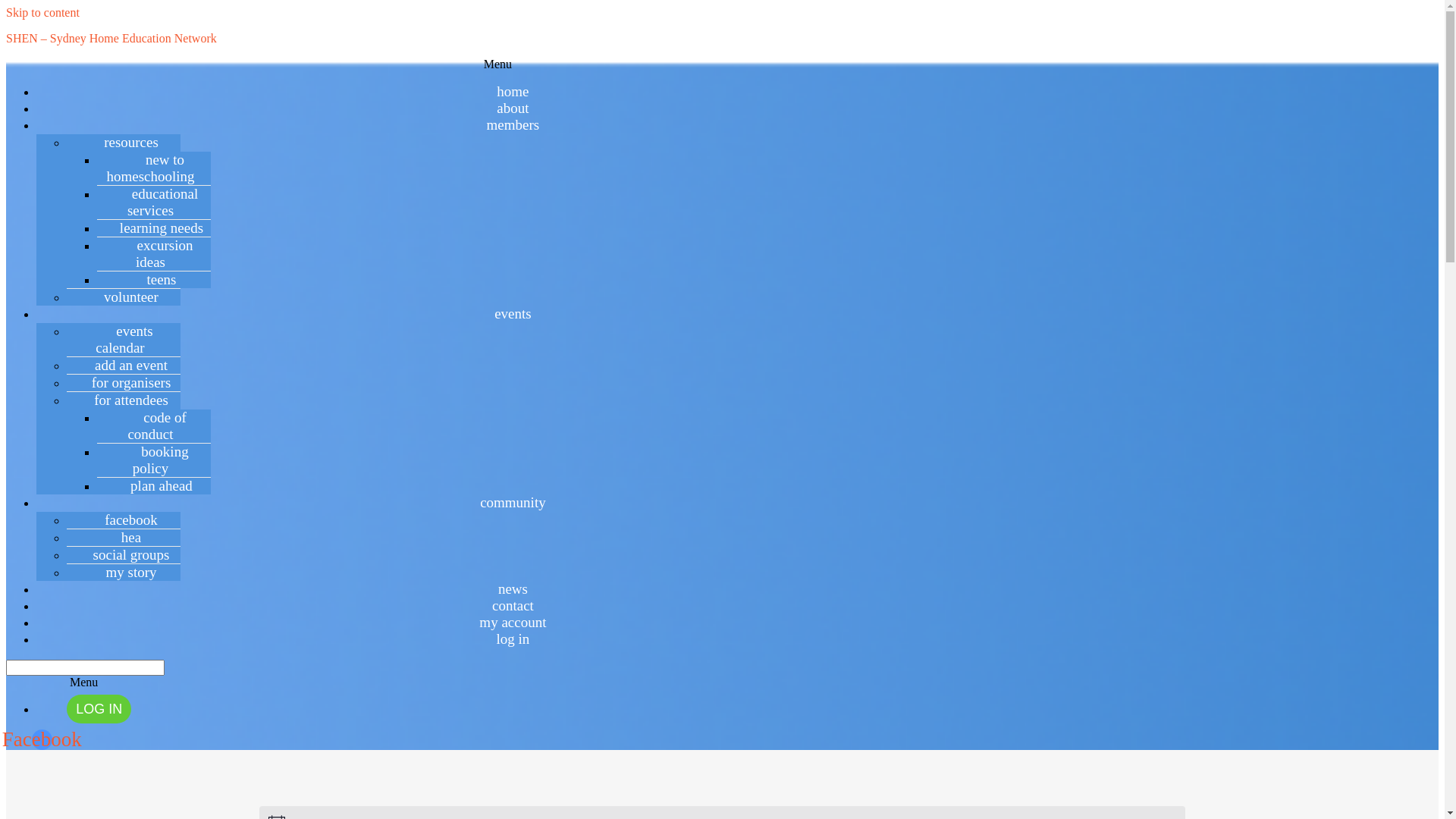  What do you see at coordinates (124, 338) in the screenshot?
I see `'events calendar'` at bounding box center [124, 338].